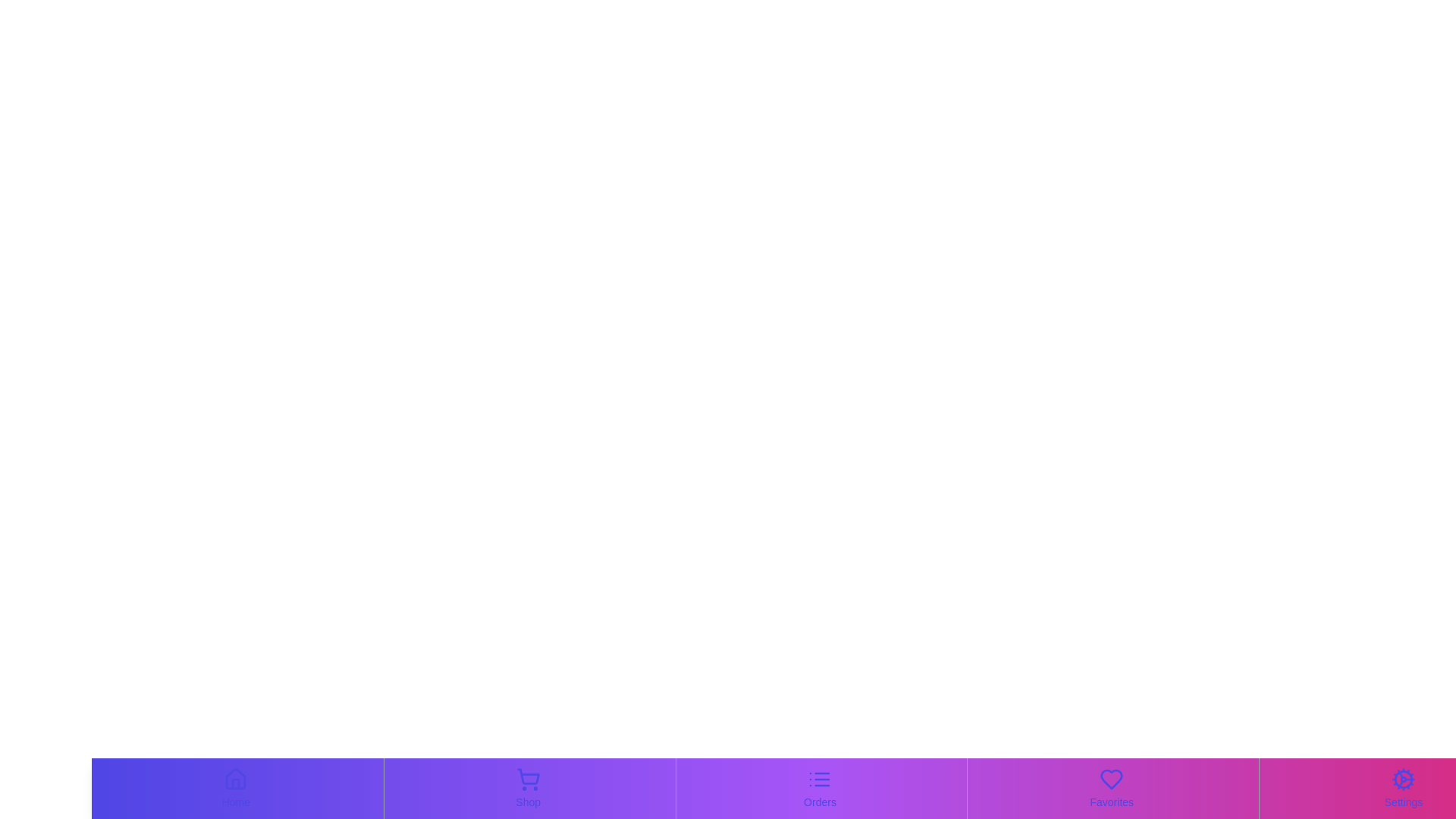 The image size is (1456, 819). I want to click on the Shop navigation tab, so click(528, 788).